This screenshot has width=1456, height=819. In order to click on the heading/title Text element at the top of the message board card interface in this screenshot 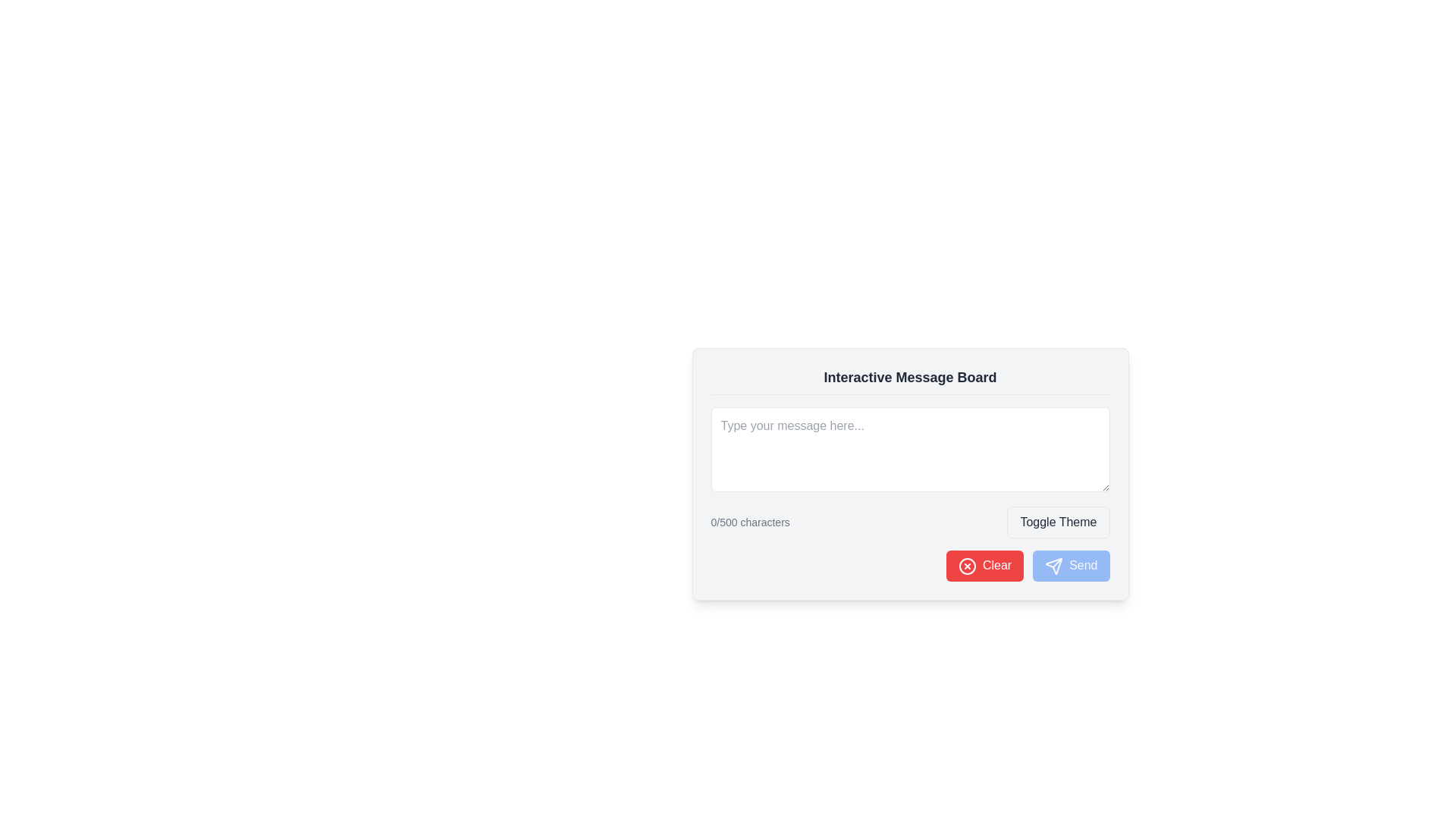, I will do `click(910, 380)`.